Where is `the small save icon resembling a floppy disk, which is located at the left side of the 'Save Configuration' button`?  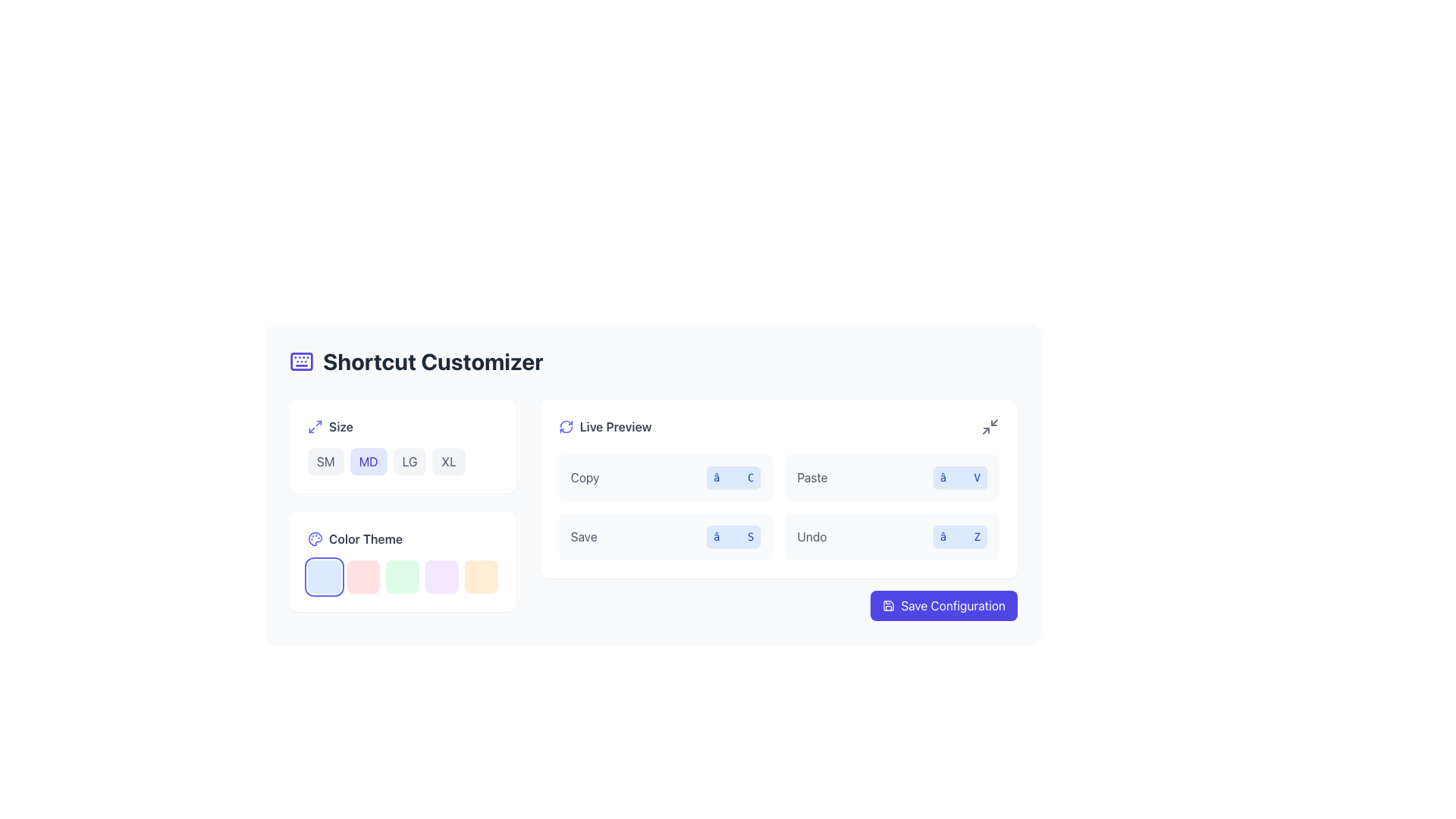 the small save icon resembling a floppy disk, which is located at the left side of the 'Save Configuration' button is located at coordinates (889, 604).